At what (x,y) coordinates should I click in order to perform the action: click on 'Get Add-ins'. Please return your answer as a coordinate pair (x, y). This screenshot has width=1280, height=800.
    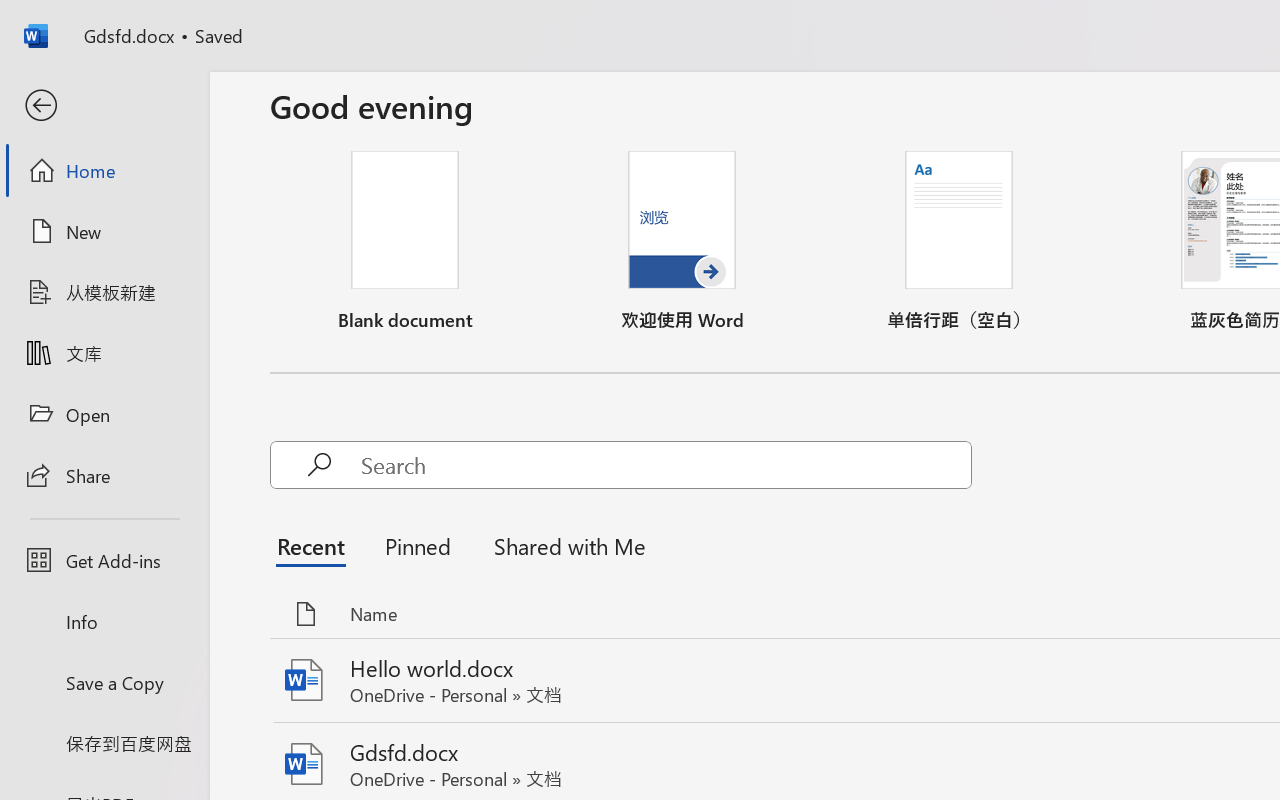
    Looking at the image, I should click on (103, 560).